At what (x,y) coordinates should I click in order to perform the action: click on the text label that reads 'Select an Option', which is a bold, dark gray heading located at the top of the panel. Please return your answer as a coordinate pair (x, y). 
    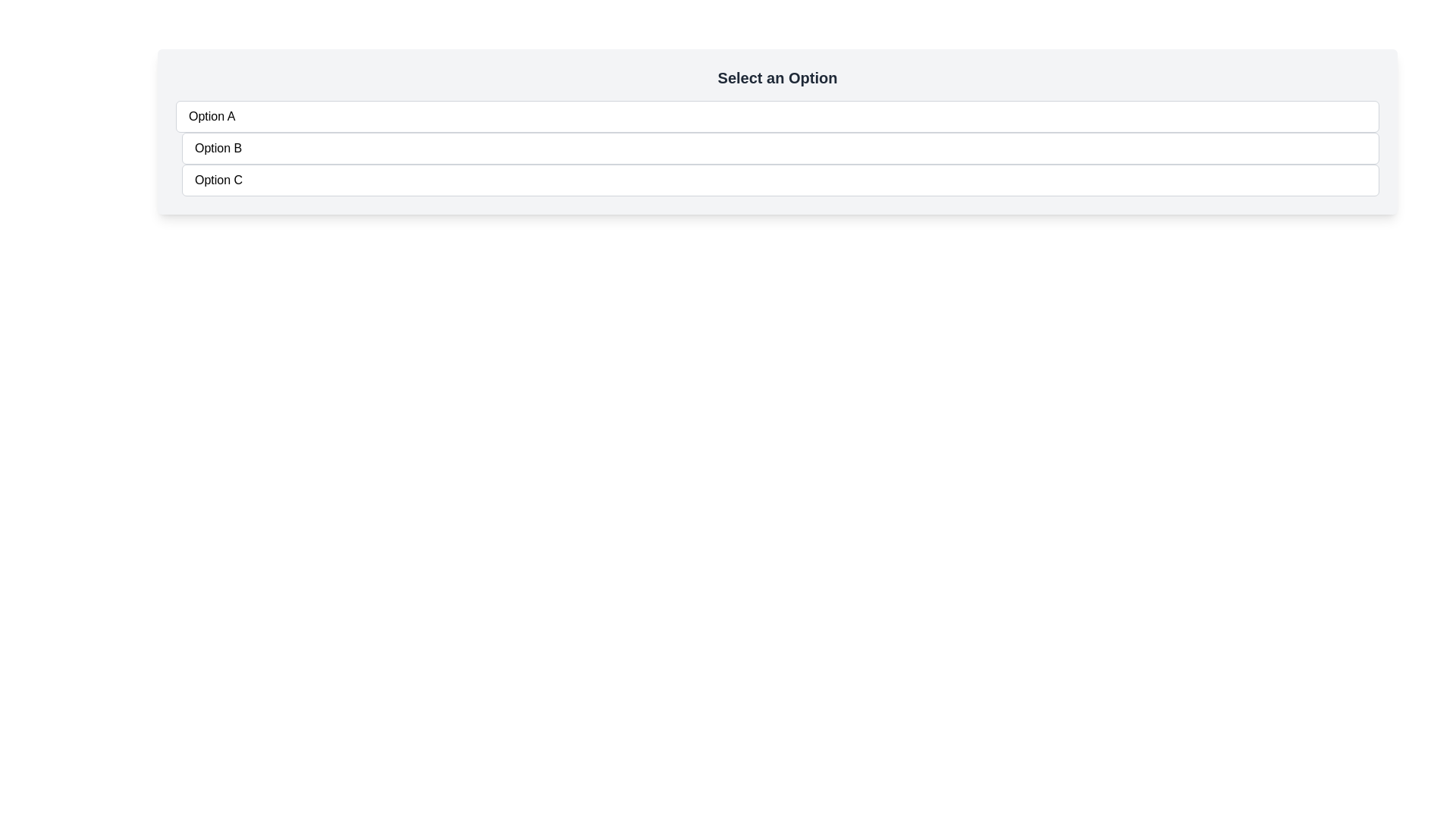
    Looking at the image, I should click on (777, 78).